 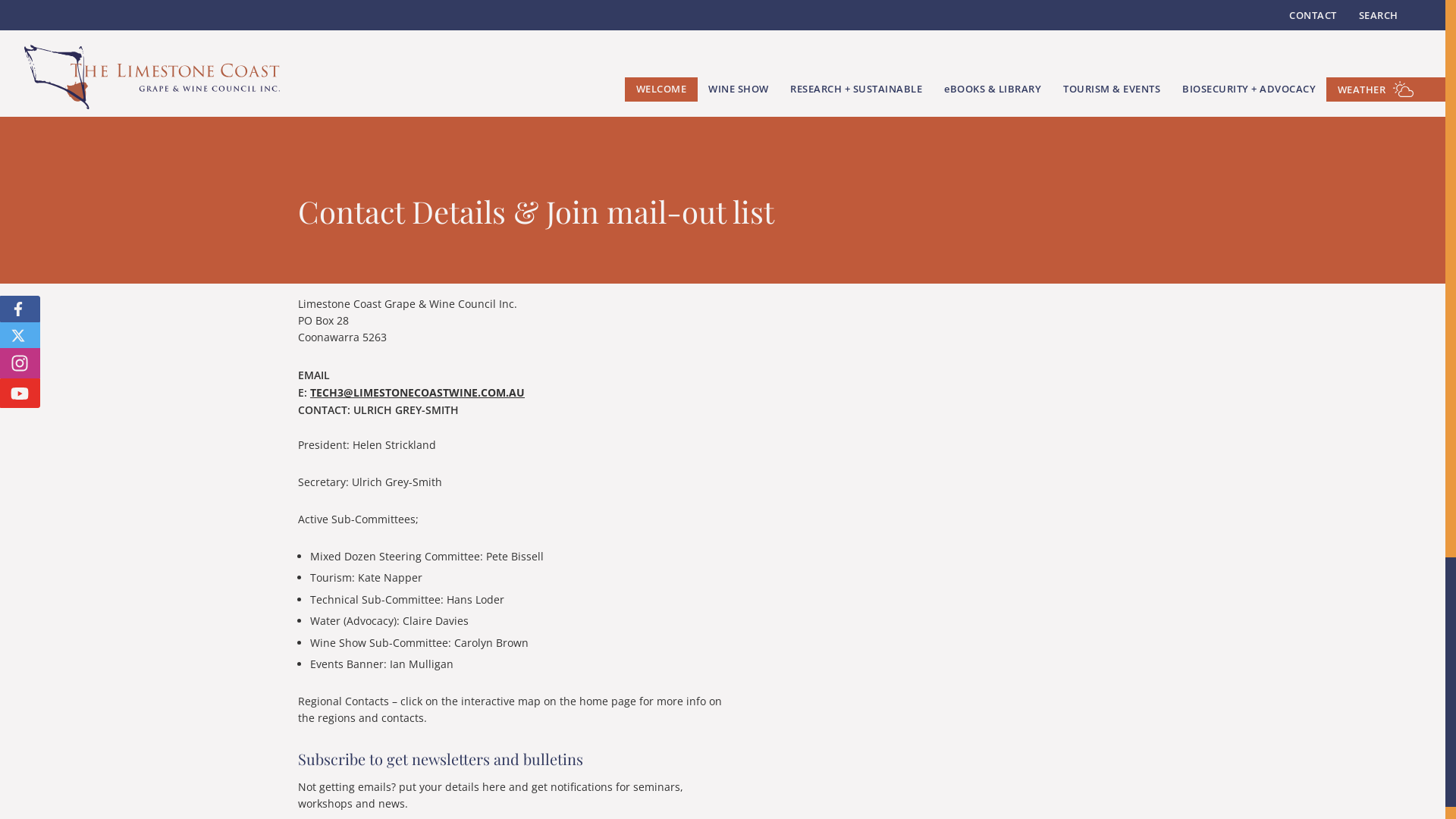 What do you see at coordinates (1112, 89) in the screenshot?
I see `'TOURISM & EVENTS'` at bounding box center [1112, 89].